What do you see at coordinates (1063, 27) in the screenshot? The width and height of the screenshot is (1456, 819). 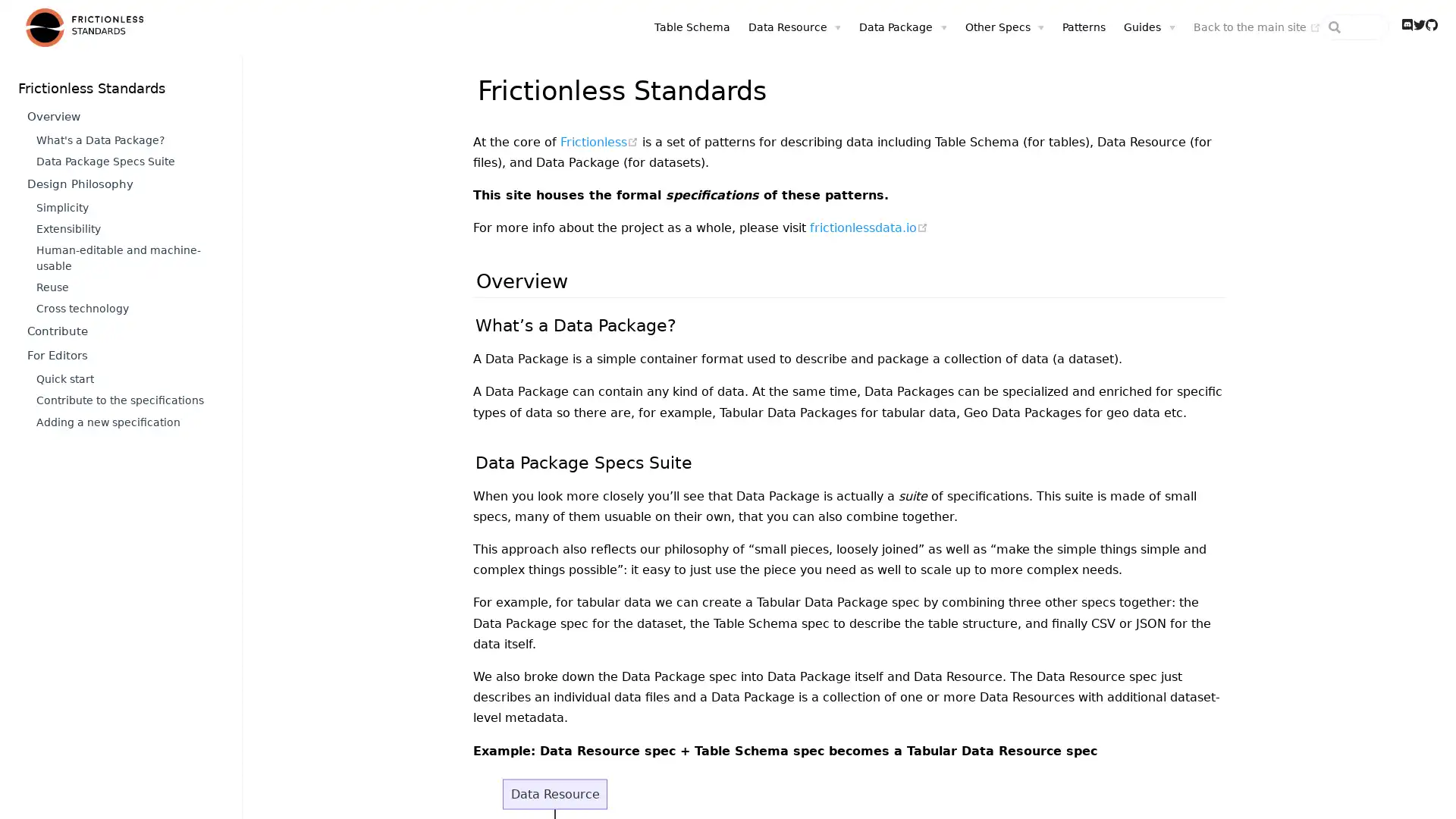 I see `Guides` at bounding box center [1063, 27].